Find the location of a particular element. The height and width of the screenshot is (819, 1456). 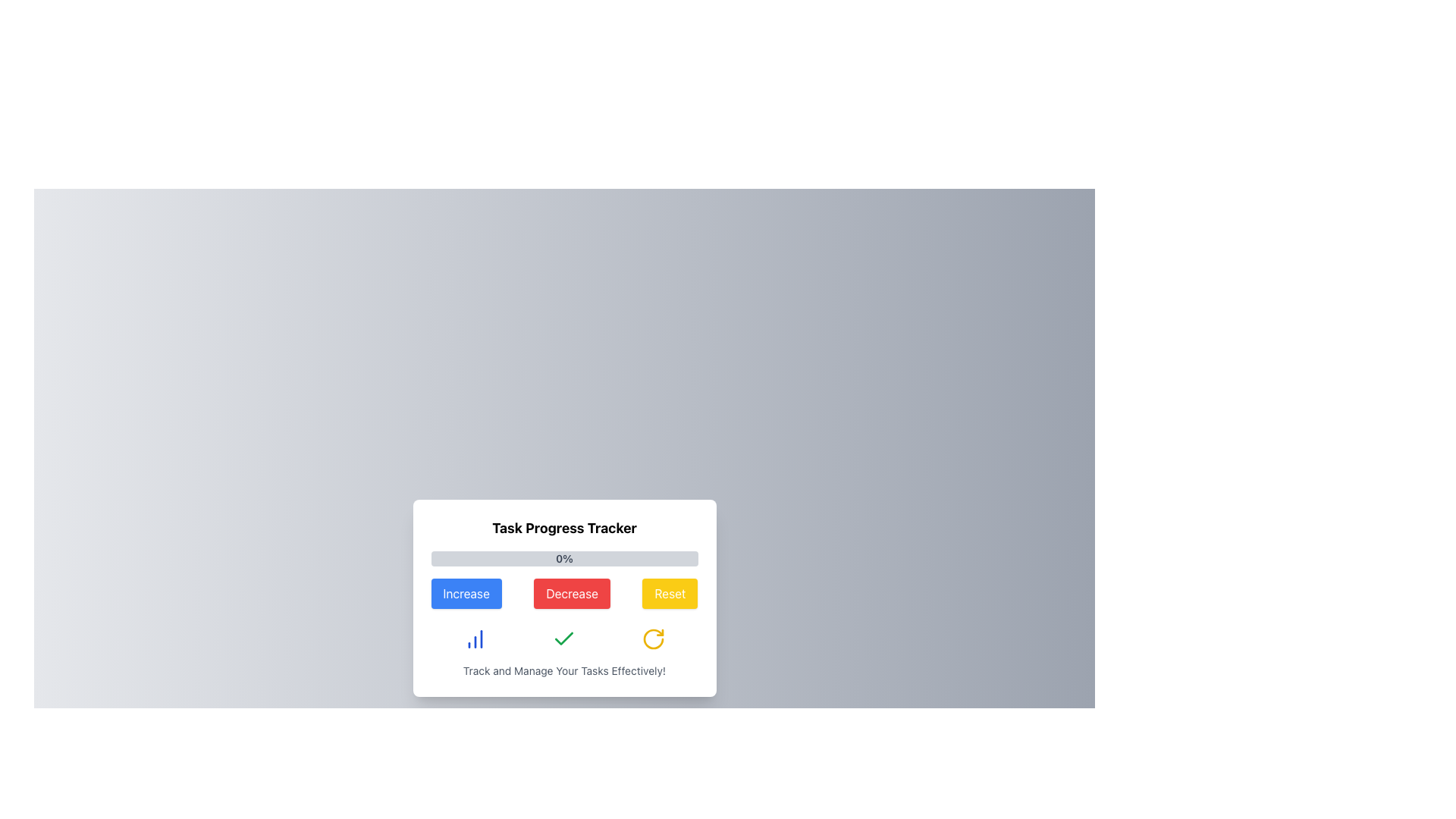

the 'Decrease' button, which has a red background and is located between the 'Increase' and 'Reset' buttons is located at coordinates (571, 593).